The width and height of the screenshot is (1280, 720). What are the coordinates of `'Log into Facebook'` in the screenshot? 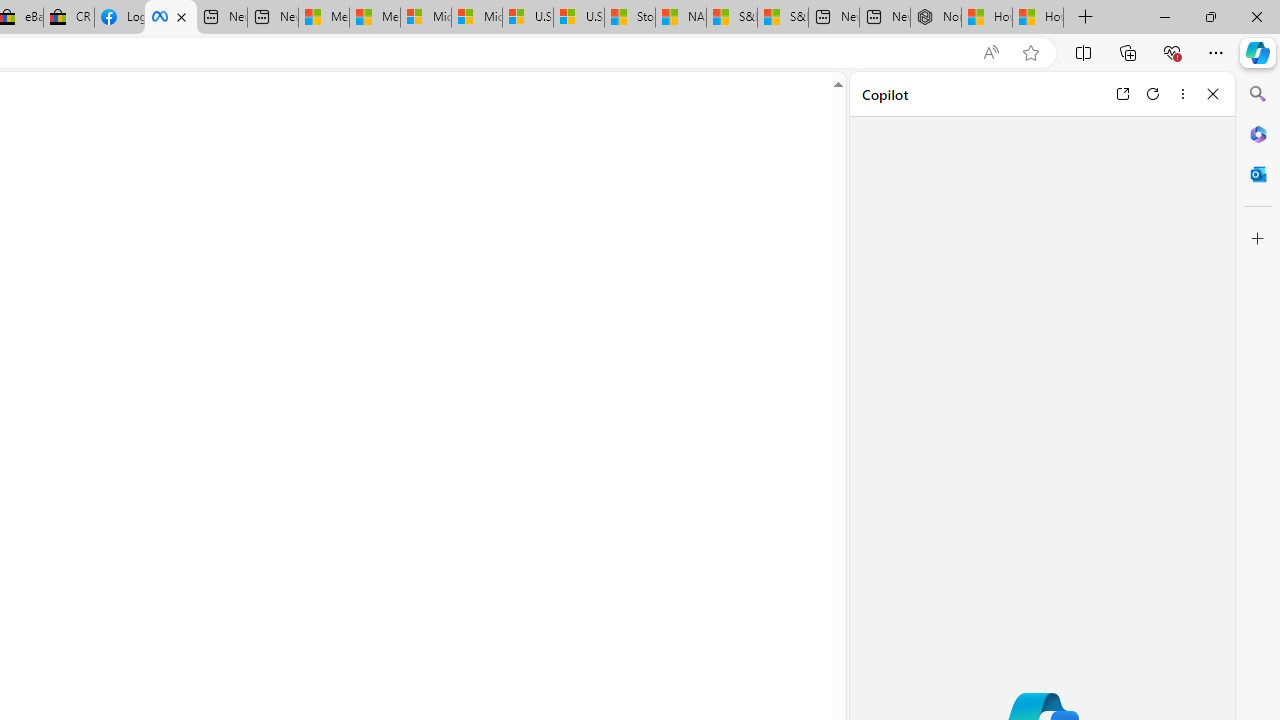 It's located at (118, 17).